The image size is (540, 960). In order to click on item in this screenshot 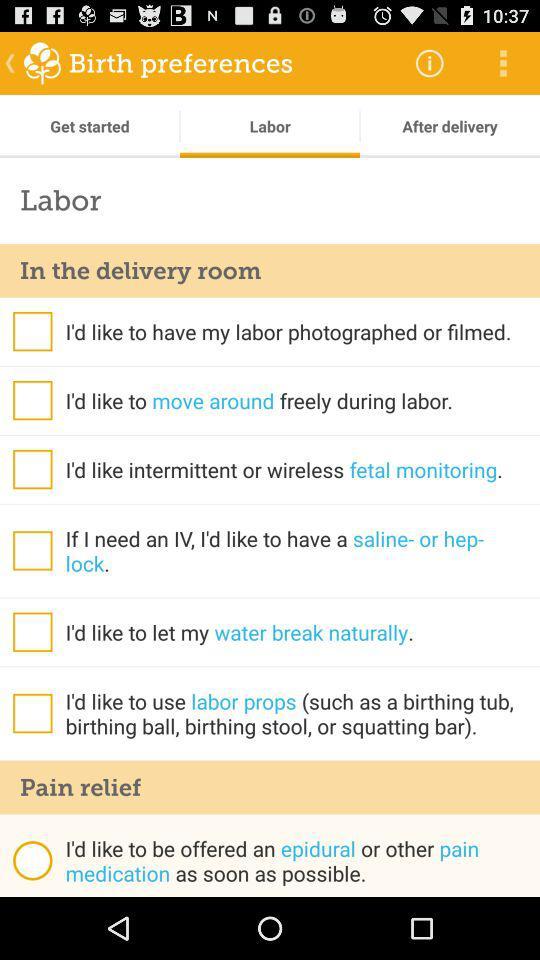, I will do `click(31, 631)`.